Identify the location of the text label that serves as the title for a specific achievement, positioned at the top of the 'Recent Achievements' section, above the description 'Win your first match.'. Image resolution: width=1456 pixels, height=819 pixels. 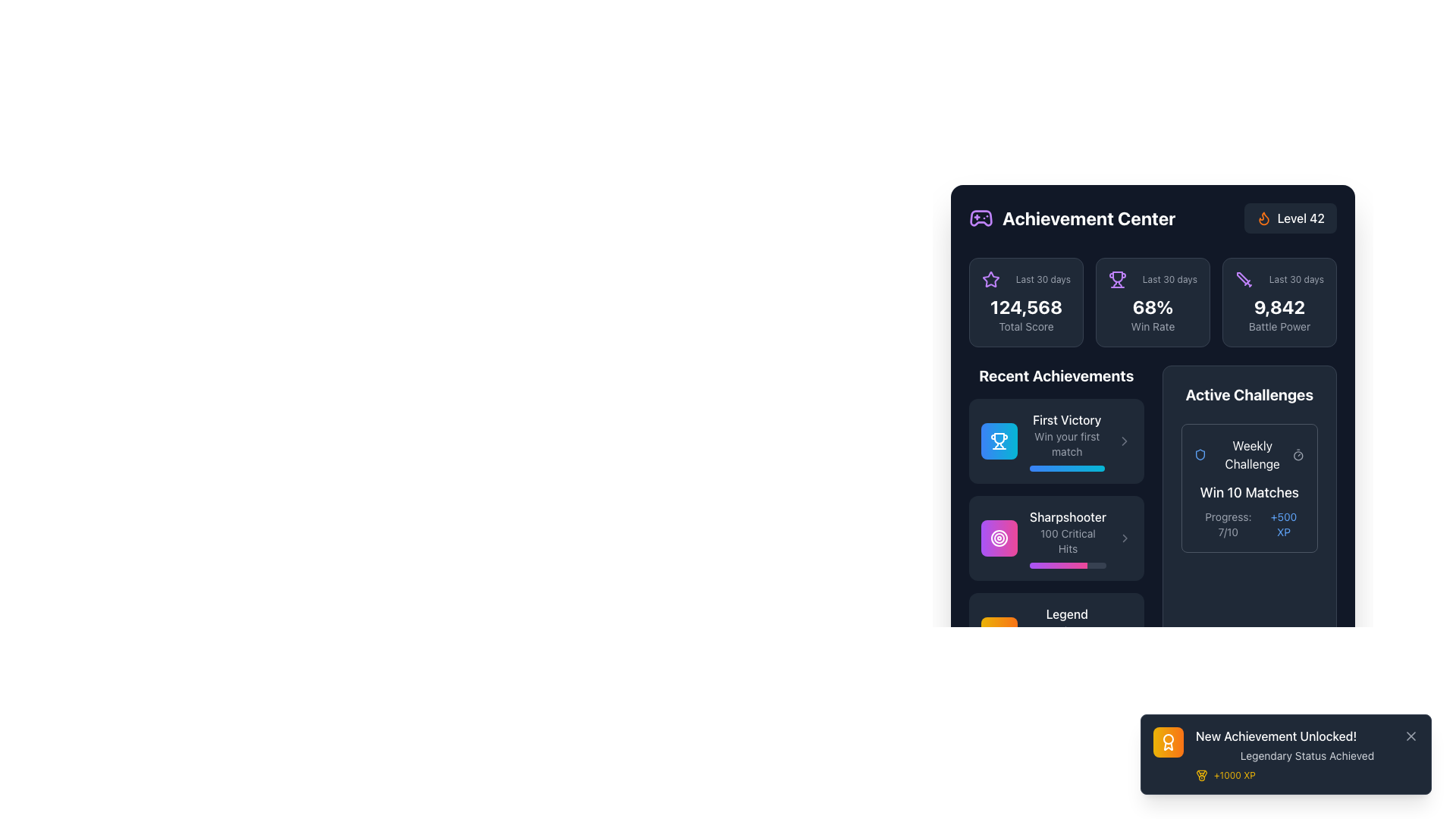
(1066, 420).